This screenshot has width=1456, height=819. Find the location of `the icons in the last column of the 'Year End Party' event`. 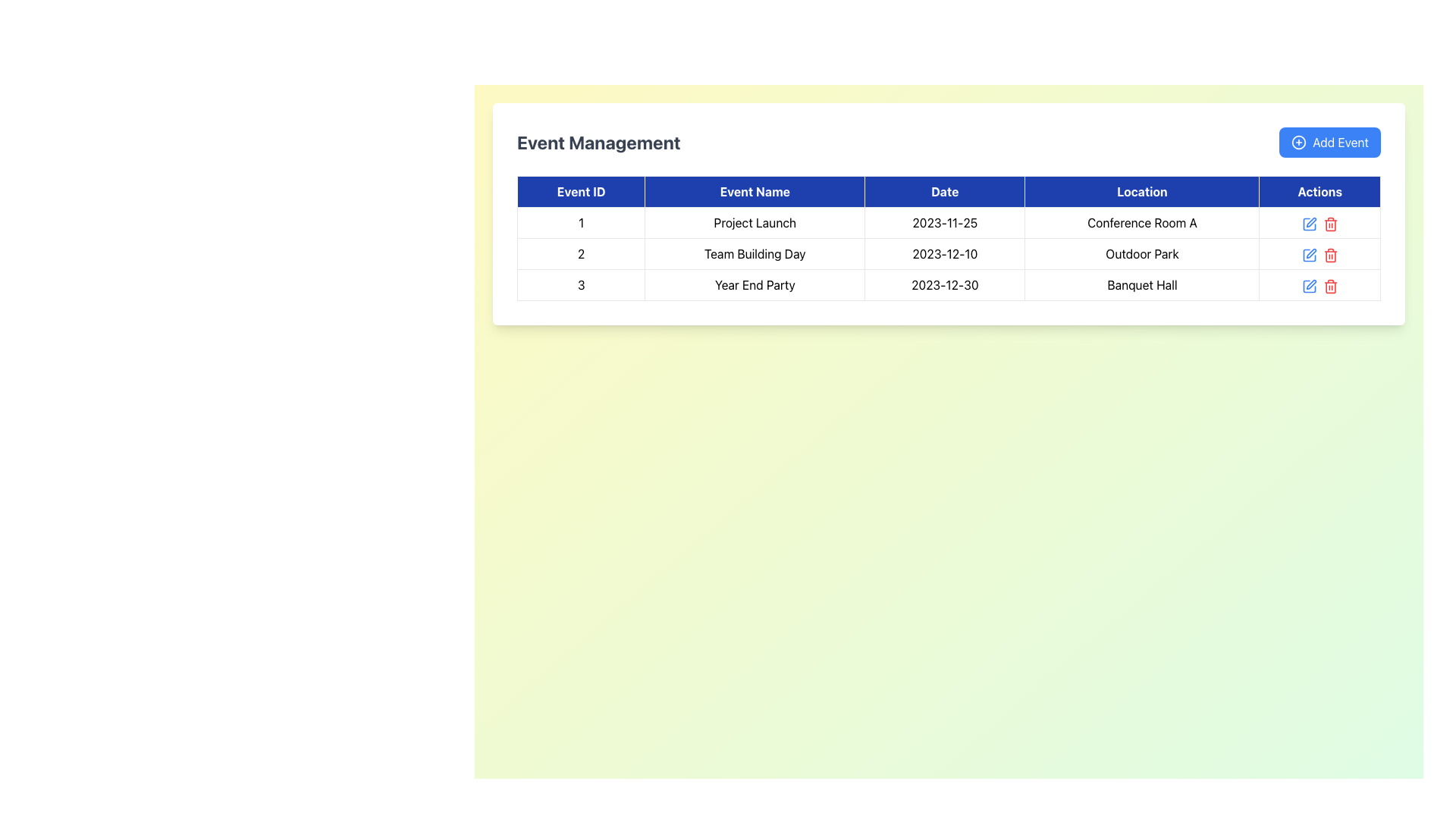

the icons in the last column of the 'Year End Party' event is located at coordinates (1319, 284).